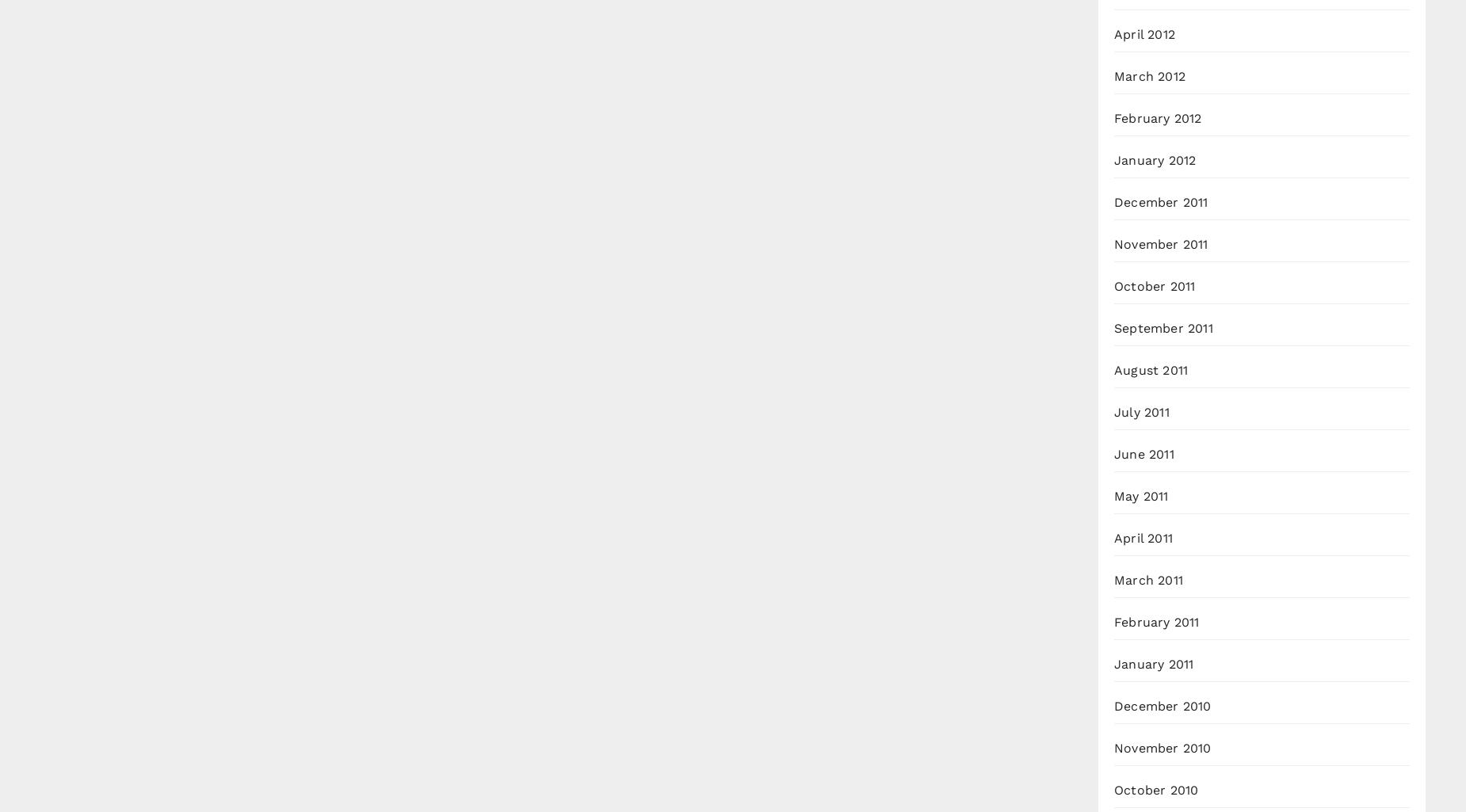 The width and height of the screenshot is (1466, 812). Describe the element at coordinates (1162, 328) in the screenshot. I see `'September 2011'` at that location.